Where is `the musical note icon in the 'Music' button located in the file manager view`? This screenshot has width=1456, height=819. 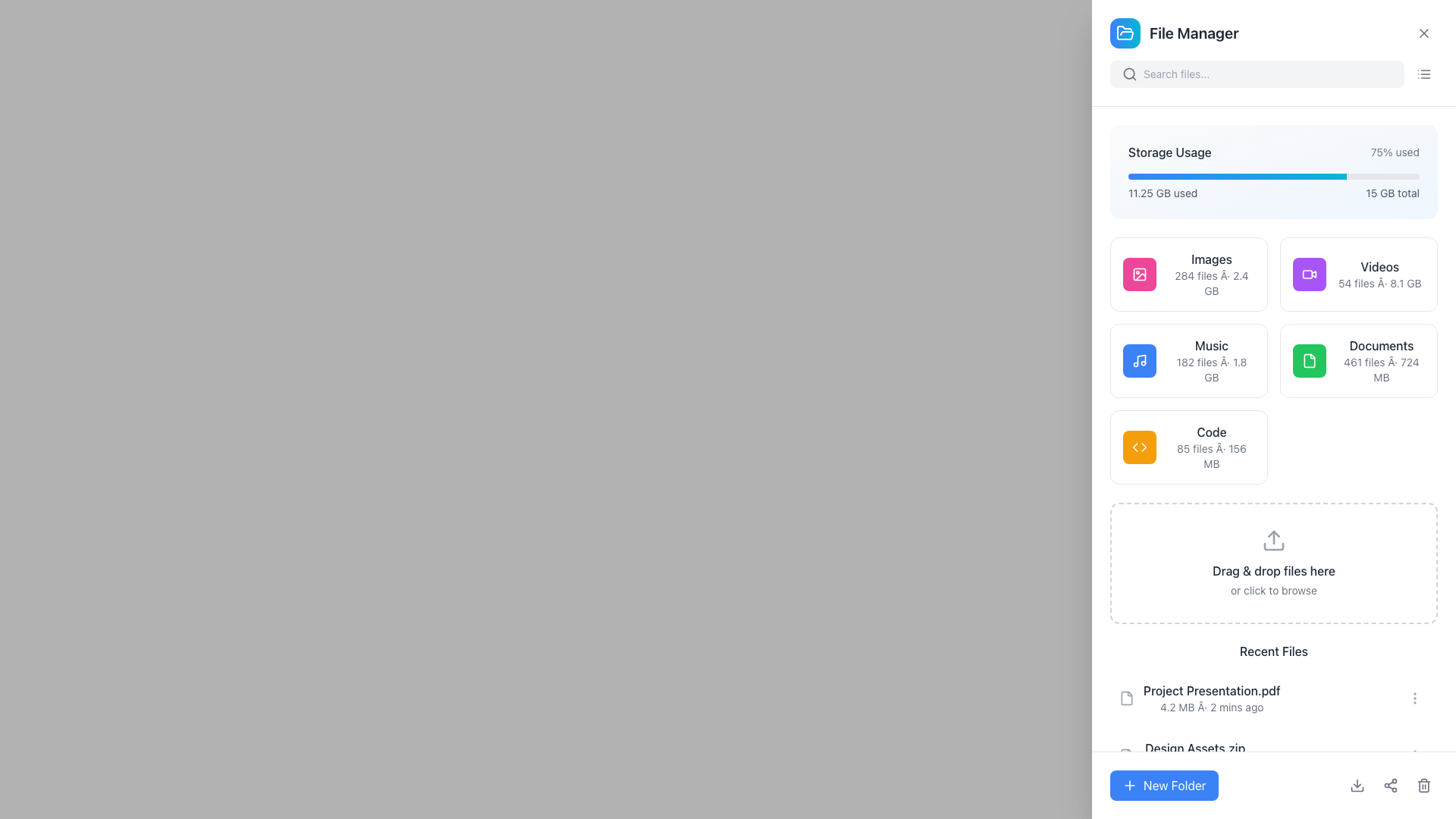
the musical note icon in the 'Music' button located in the file manager view is located at coordinates (1139, 360).